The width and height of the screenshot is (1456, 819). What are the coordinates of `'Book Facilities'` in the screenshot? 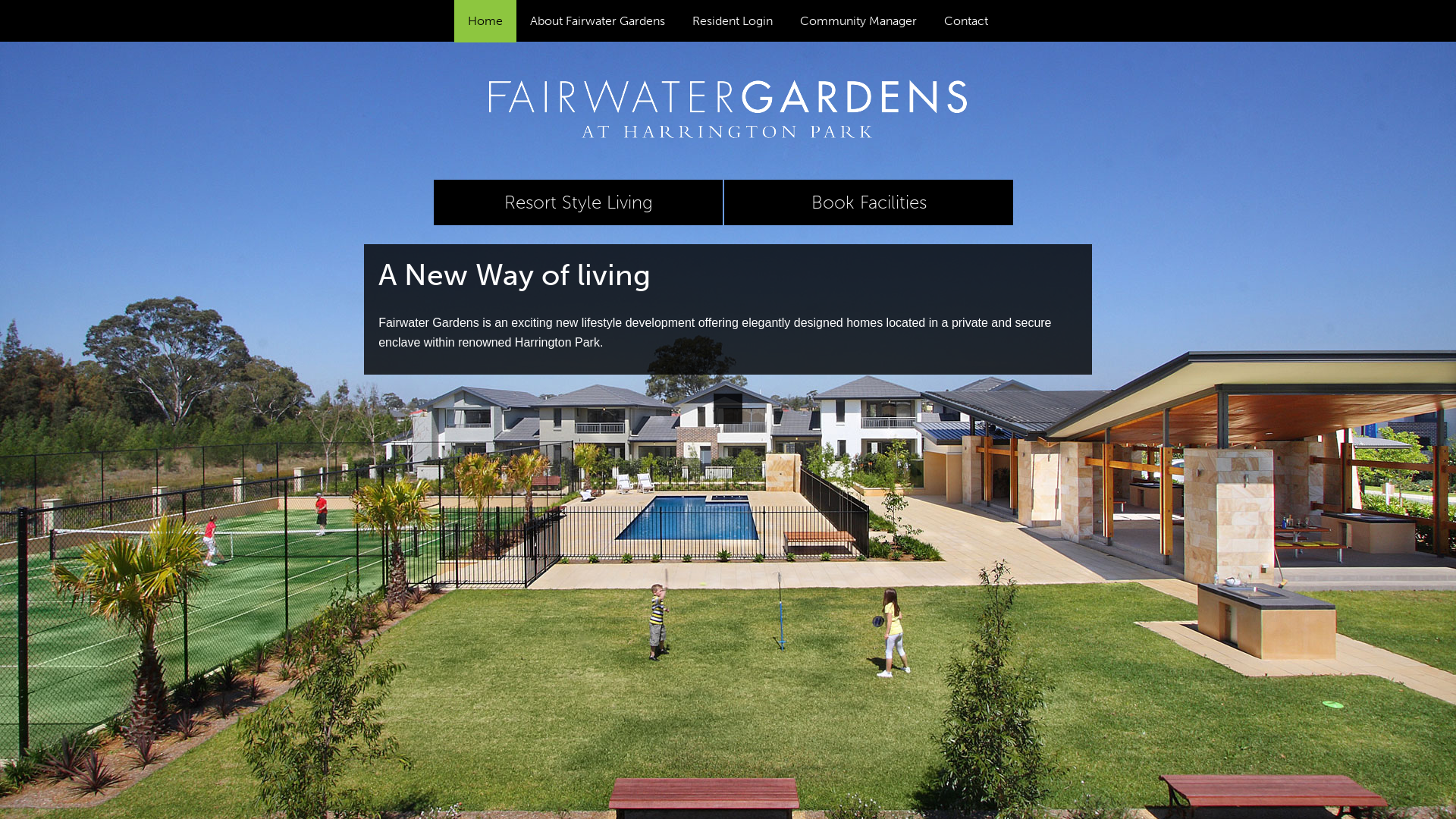 It's located at (868, 201).